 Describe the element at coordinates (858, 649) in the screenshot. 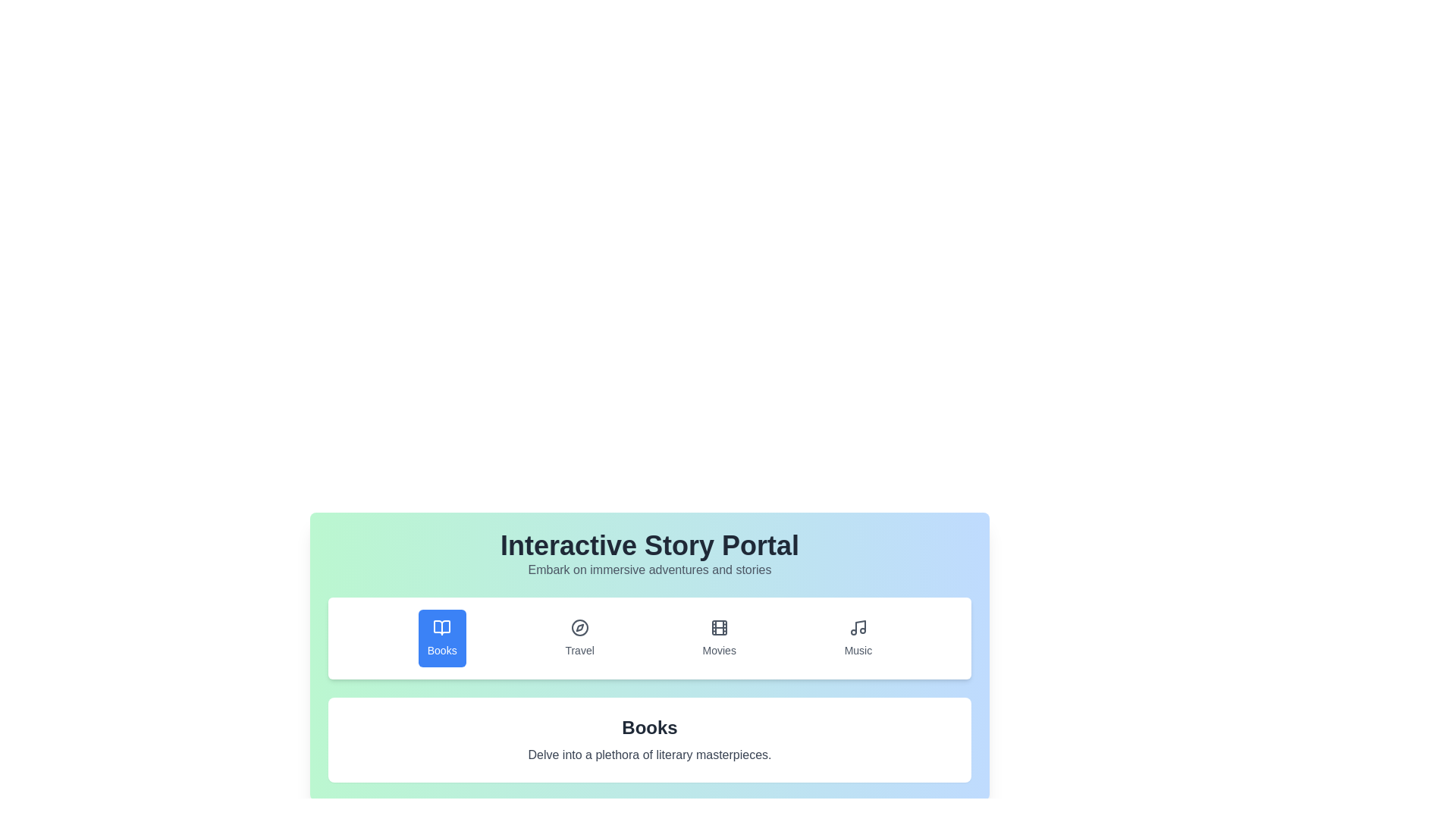

I see `the 'Music' text label, which is styled with a smaller, medium-weight font and positioned underneath a music icon in a horizontal navigation row` at that location.